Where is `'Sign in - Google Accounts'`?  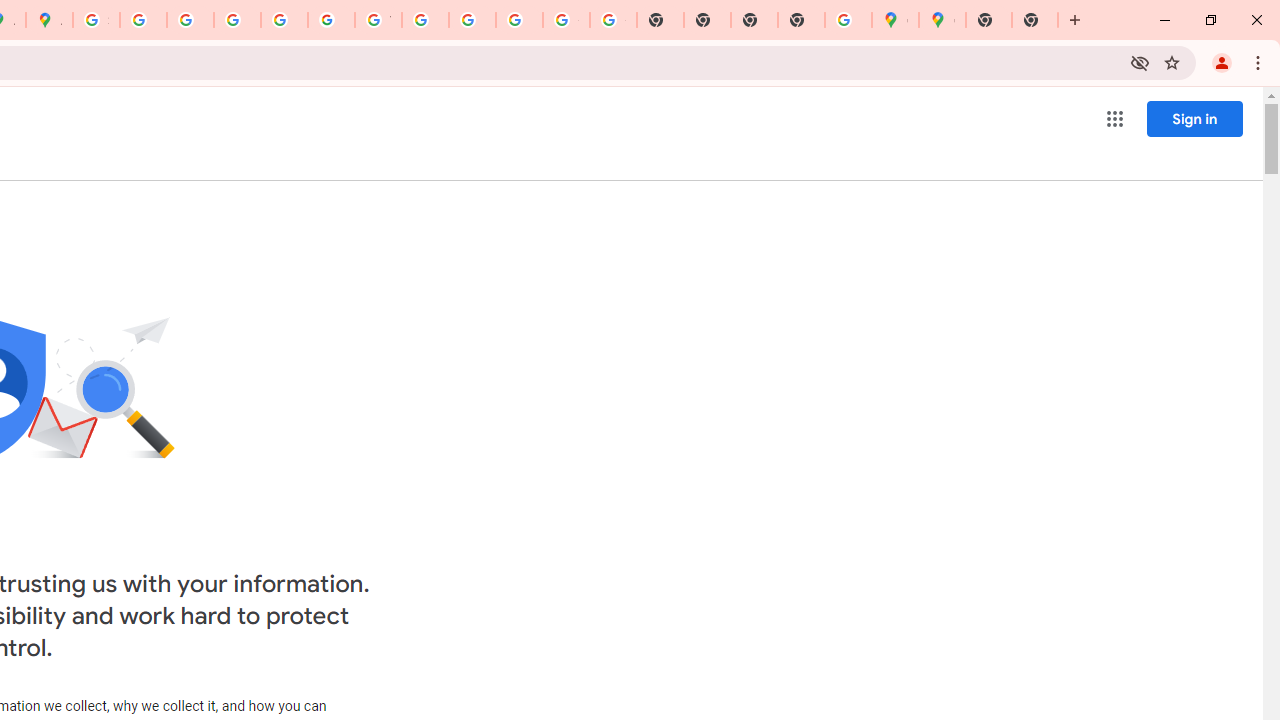 'Sign in - Google Accounts' is located at coordinates (95, 20).